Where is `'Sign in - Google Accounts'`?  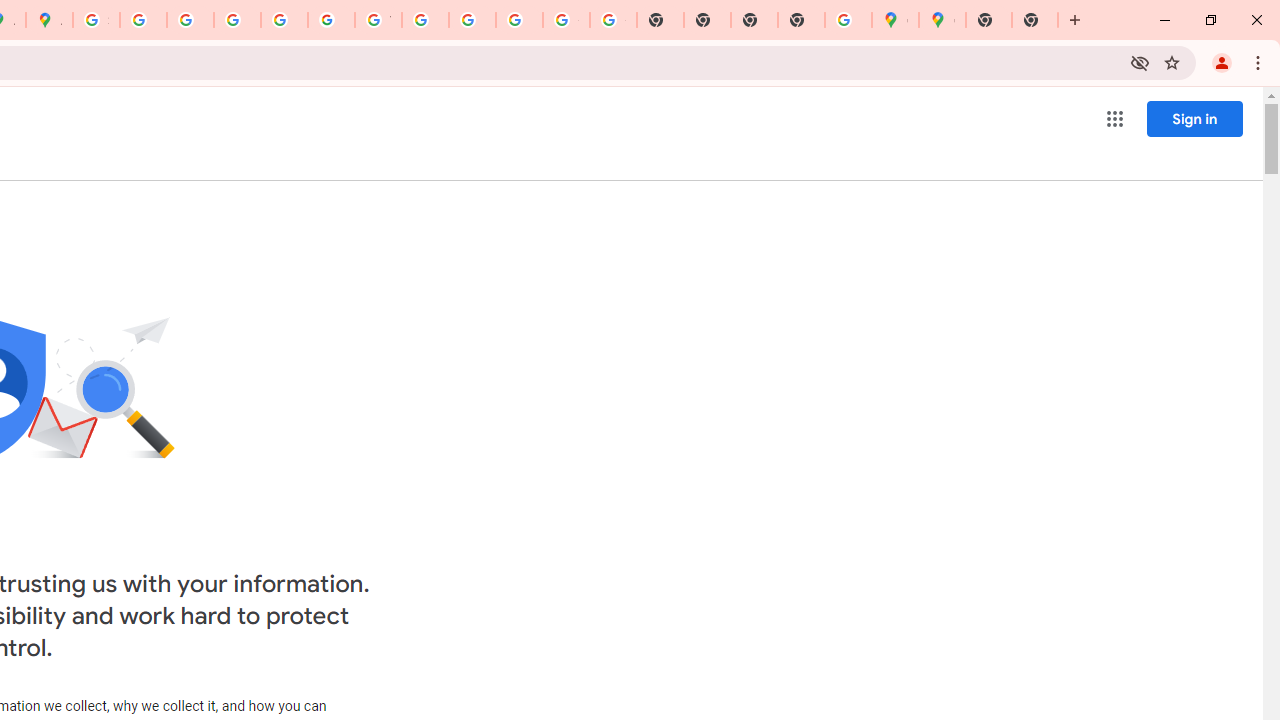 'Sign in - Google Accounts' is located at coordinates (95, 20).